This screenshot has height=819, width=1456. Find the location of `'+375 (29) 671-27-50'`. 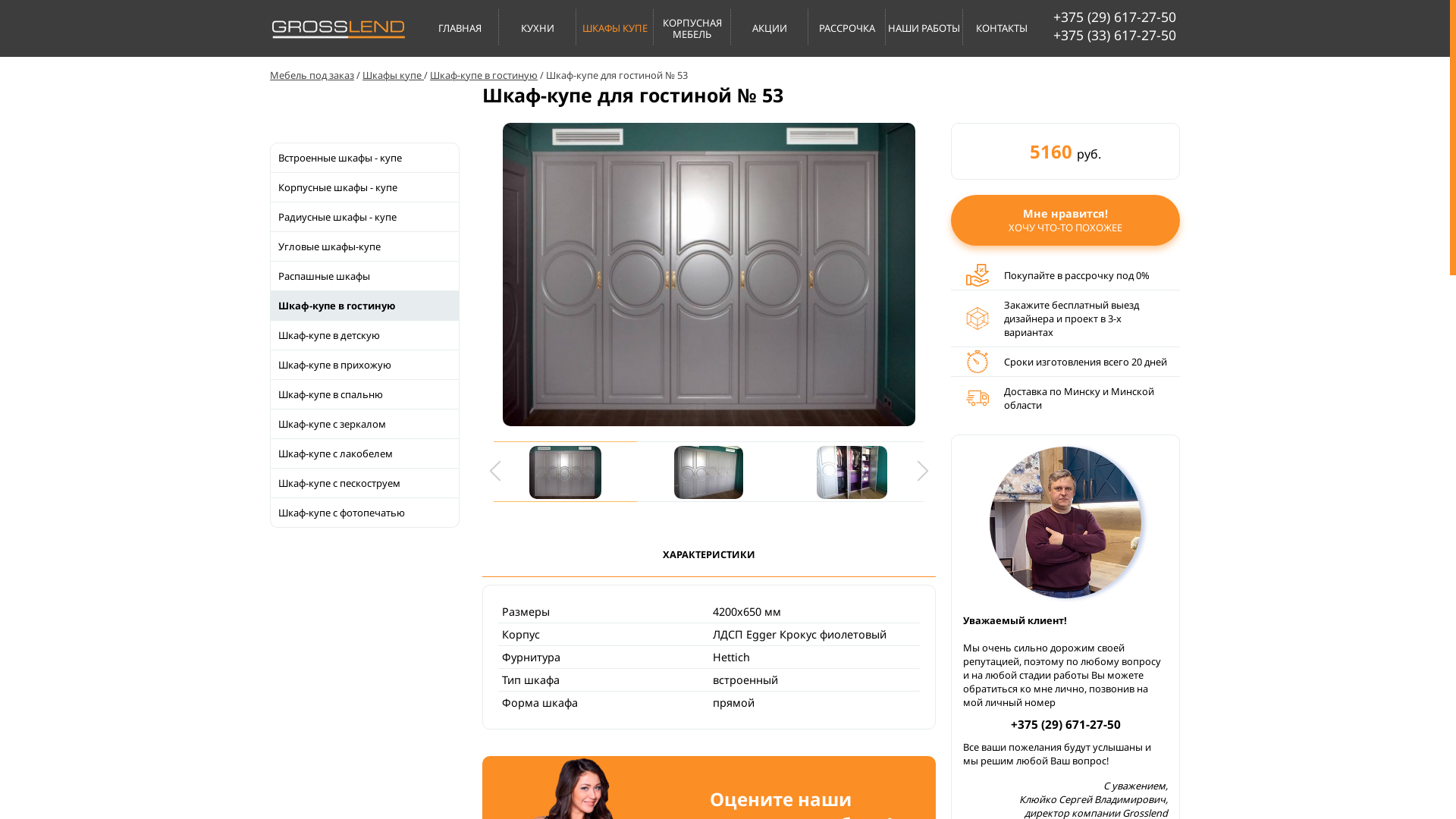

'+375 (29) 671-27-50' is located at coordinates (1065, 723).